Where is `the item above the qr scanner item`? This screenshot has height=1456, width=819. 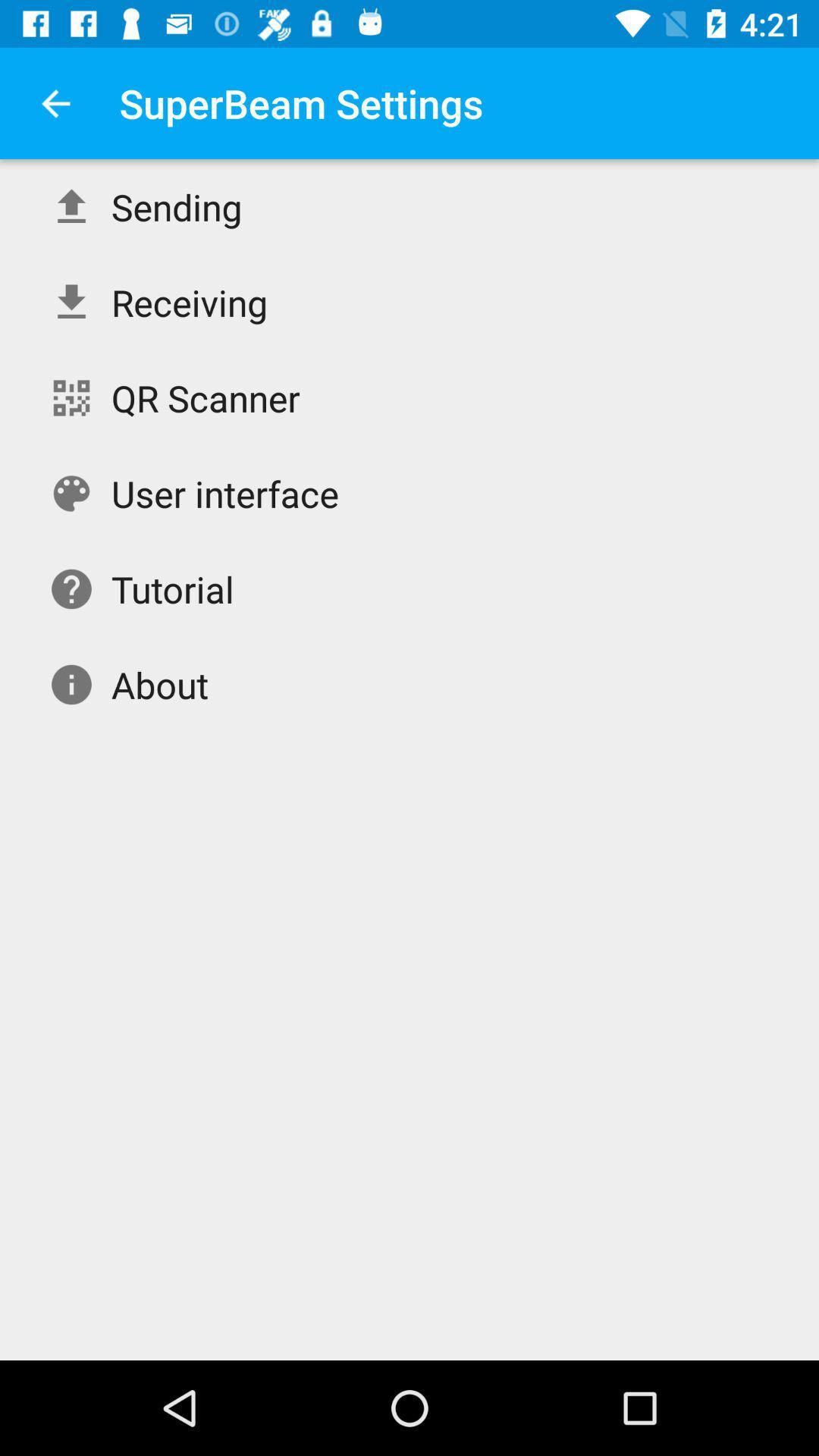 the item above the qr scanner item is located at coordinates (189, 302).